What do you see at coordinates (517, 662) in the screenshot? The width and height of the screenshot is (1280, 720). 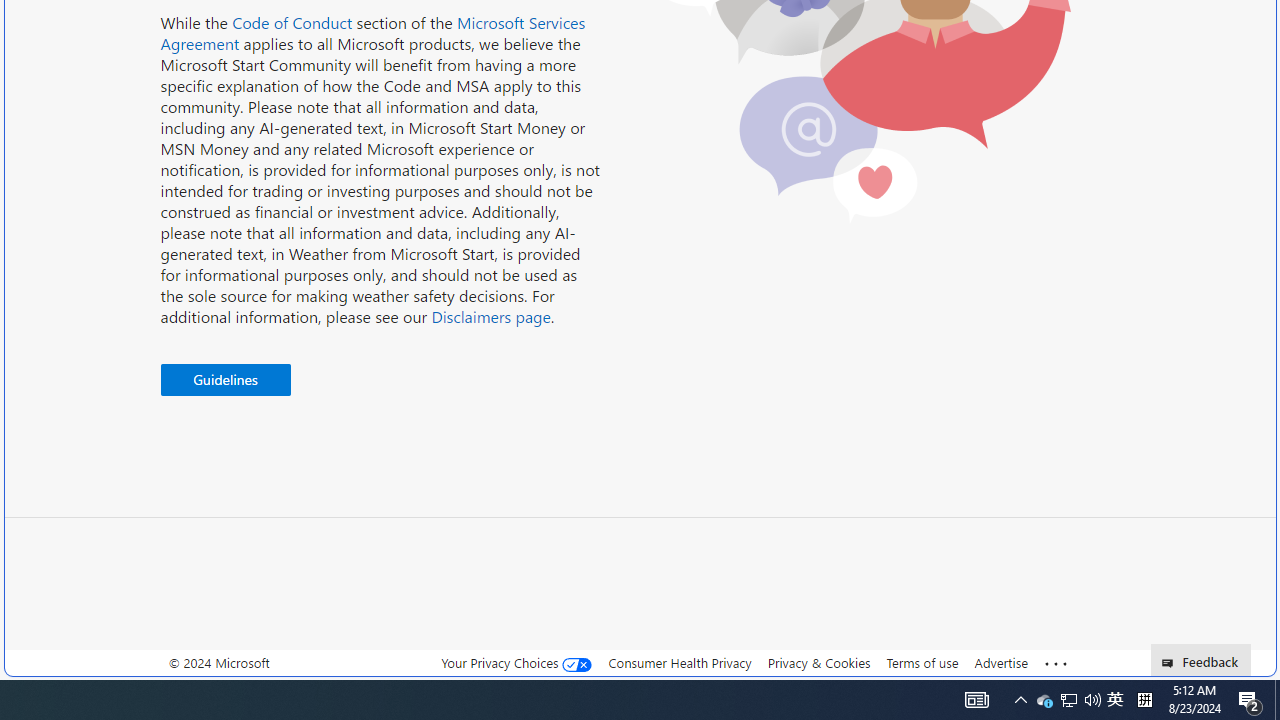 I see `'Your Privacy Choices'` at bounding box center [517, 662].